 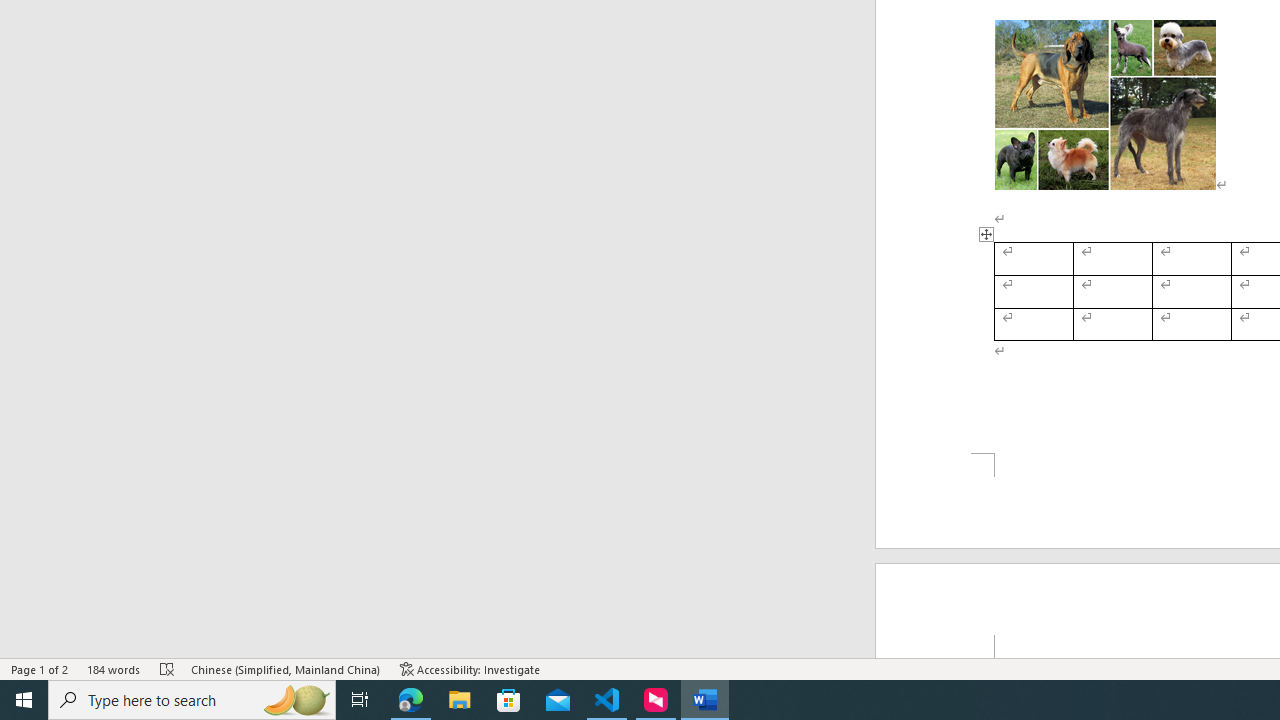 What do you see at coordinates (285, 669) in the screenshot?
I see `'Language Chinese (Simplified, Mainland China)'` at bounding box center [285, 669].